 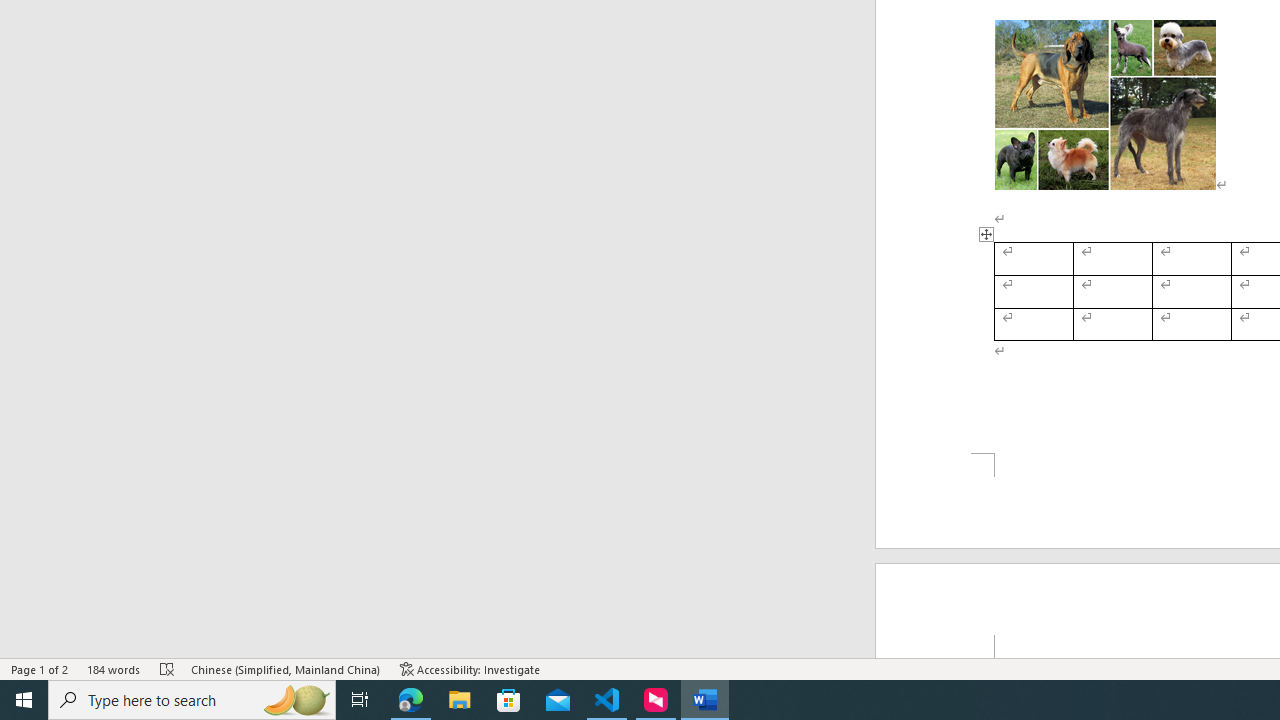 What do you see at coordinates (285, 669) in the screenshot?
I see `'Language Chinese (Simplified, Mainland China)'` at bounding box center [285, 669].